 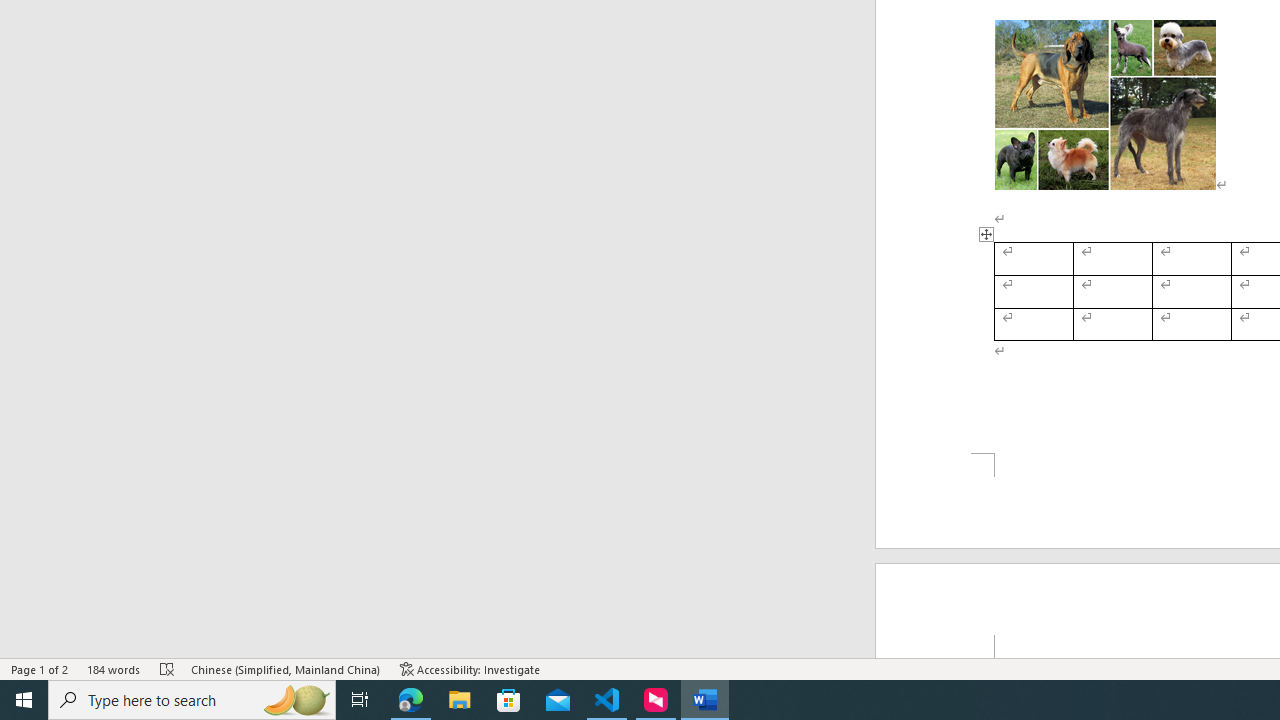 What do you see at coordinates (285, 669) in the screenshot?
I see `'Language Chinese (Simplified, Mainland China)'` at bounding box center [285, 669].